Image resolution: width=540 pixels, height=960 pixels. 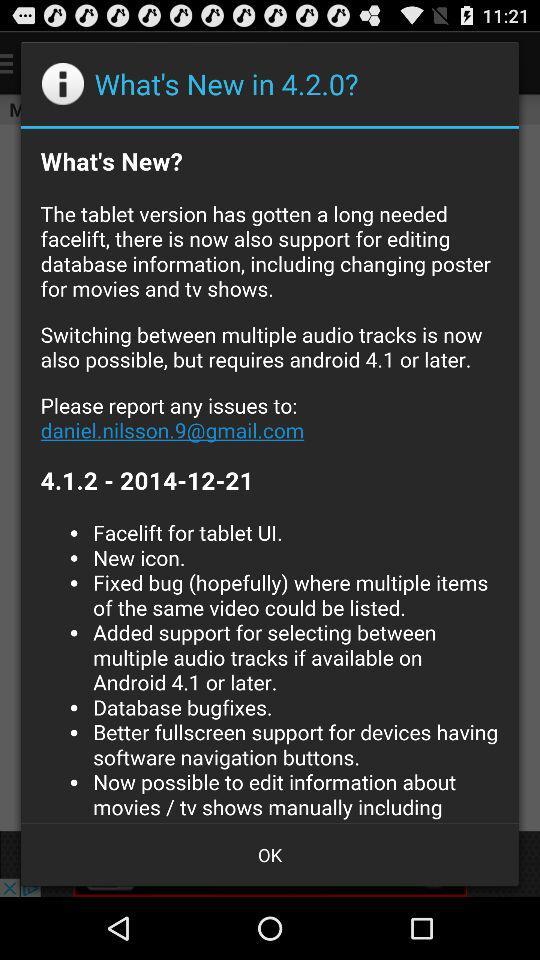 What do you see at coordinates (270, 475) in the screenshot?
I see `advertisement page` at bounding box center [270, 475].